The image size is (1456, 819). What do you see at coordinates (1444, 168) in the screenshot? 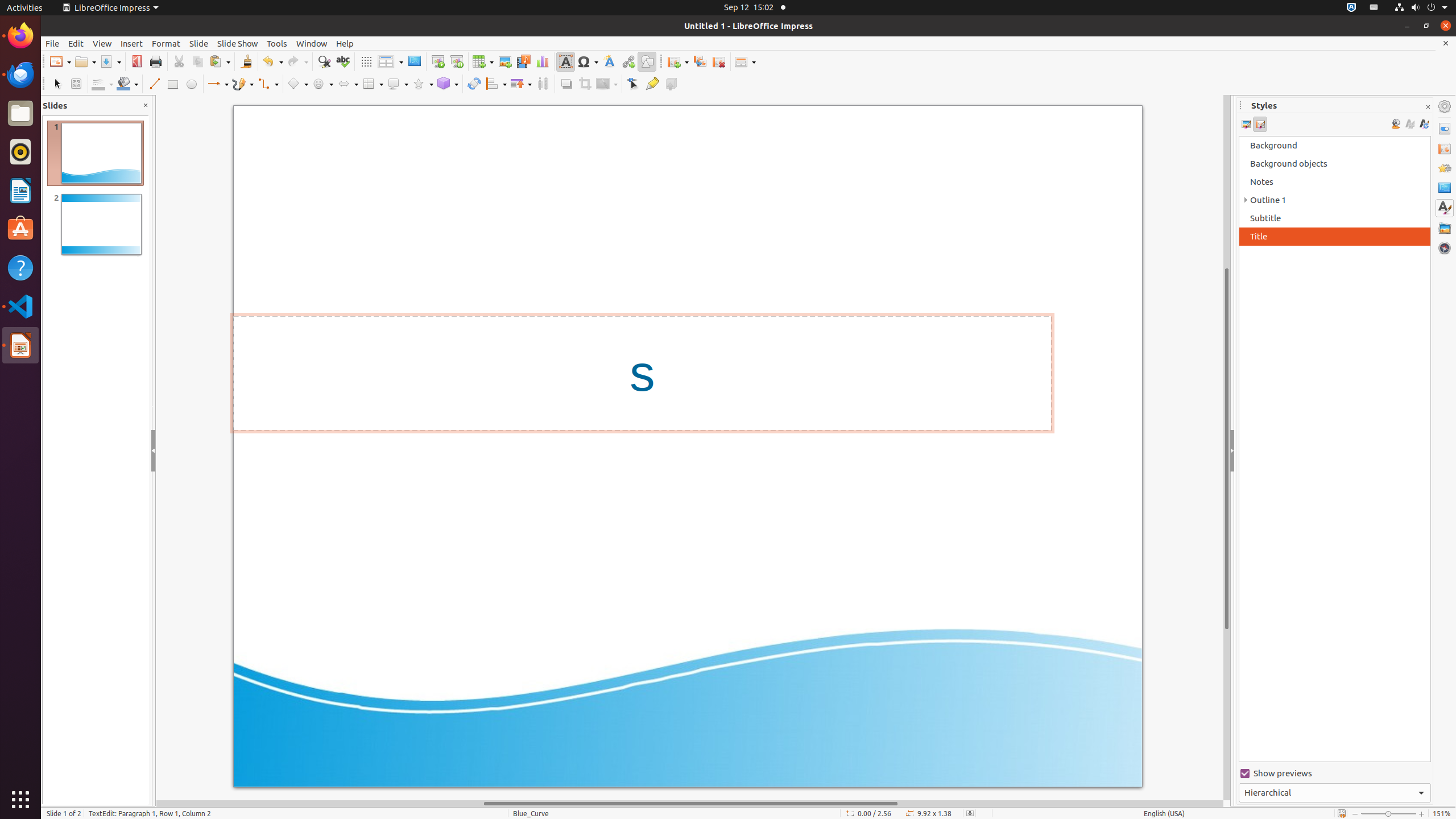
I see `'Animation'` at bounding box center [1444, 168].